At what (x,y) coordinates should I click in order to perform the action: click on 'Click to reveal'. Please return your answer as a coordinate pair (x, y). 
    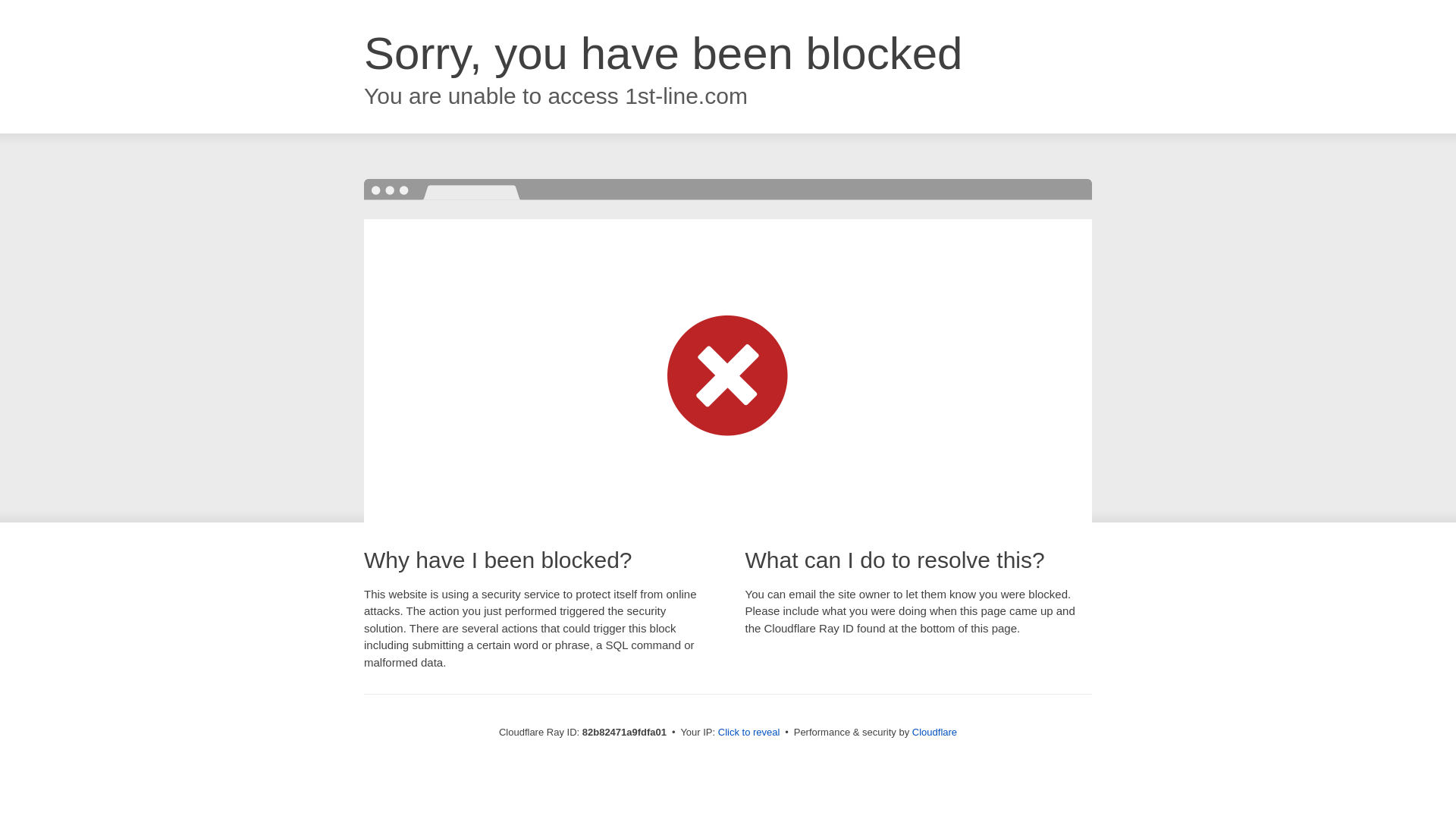
    Looking at the image, I should click on (749, 731).